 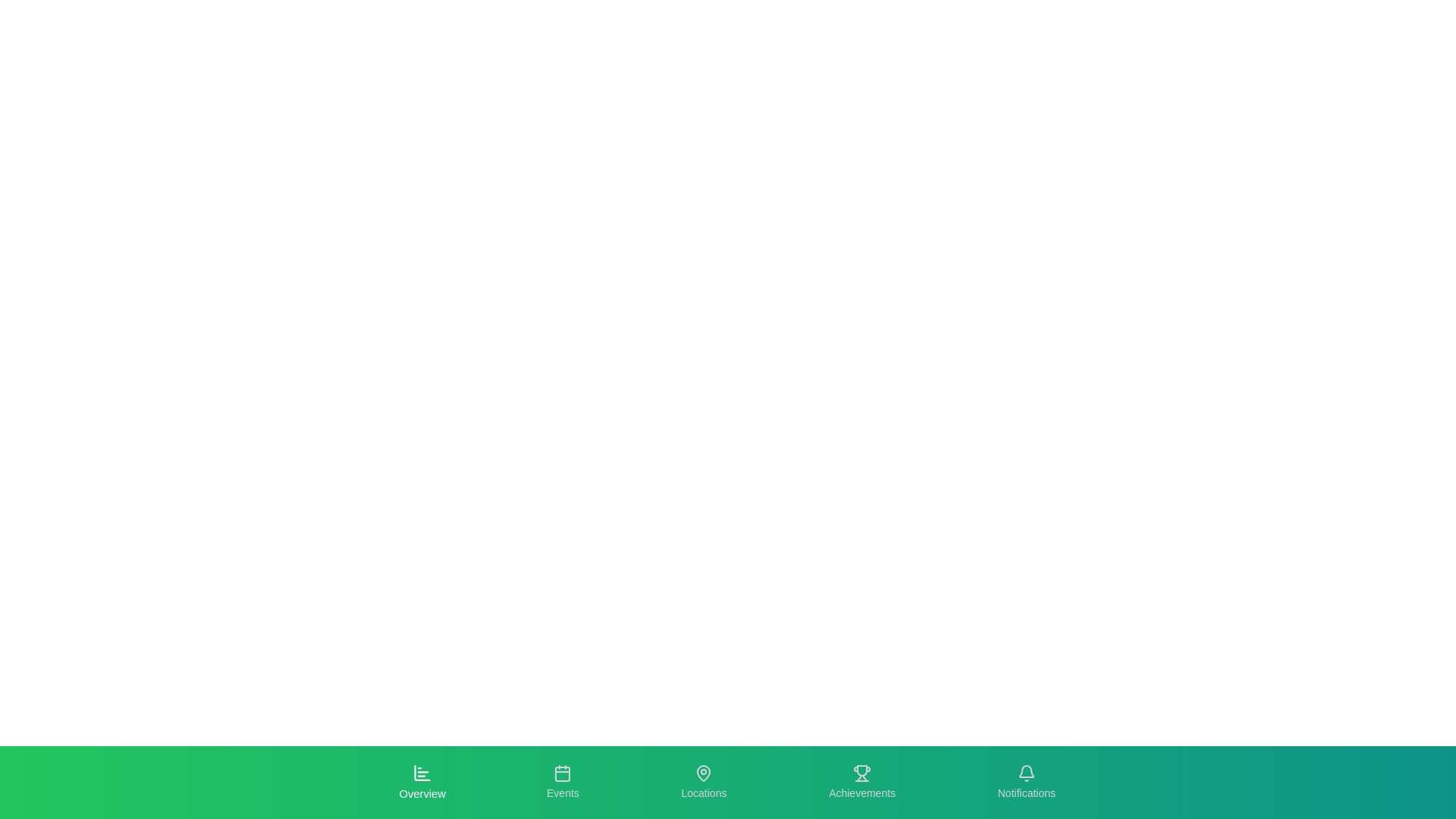 I want to click on the Locations tab to navigate to its respective section, so click(x=702, y=783).